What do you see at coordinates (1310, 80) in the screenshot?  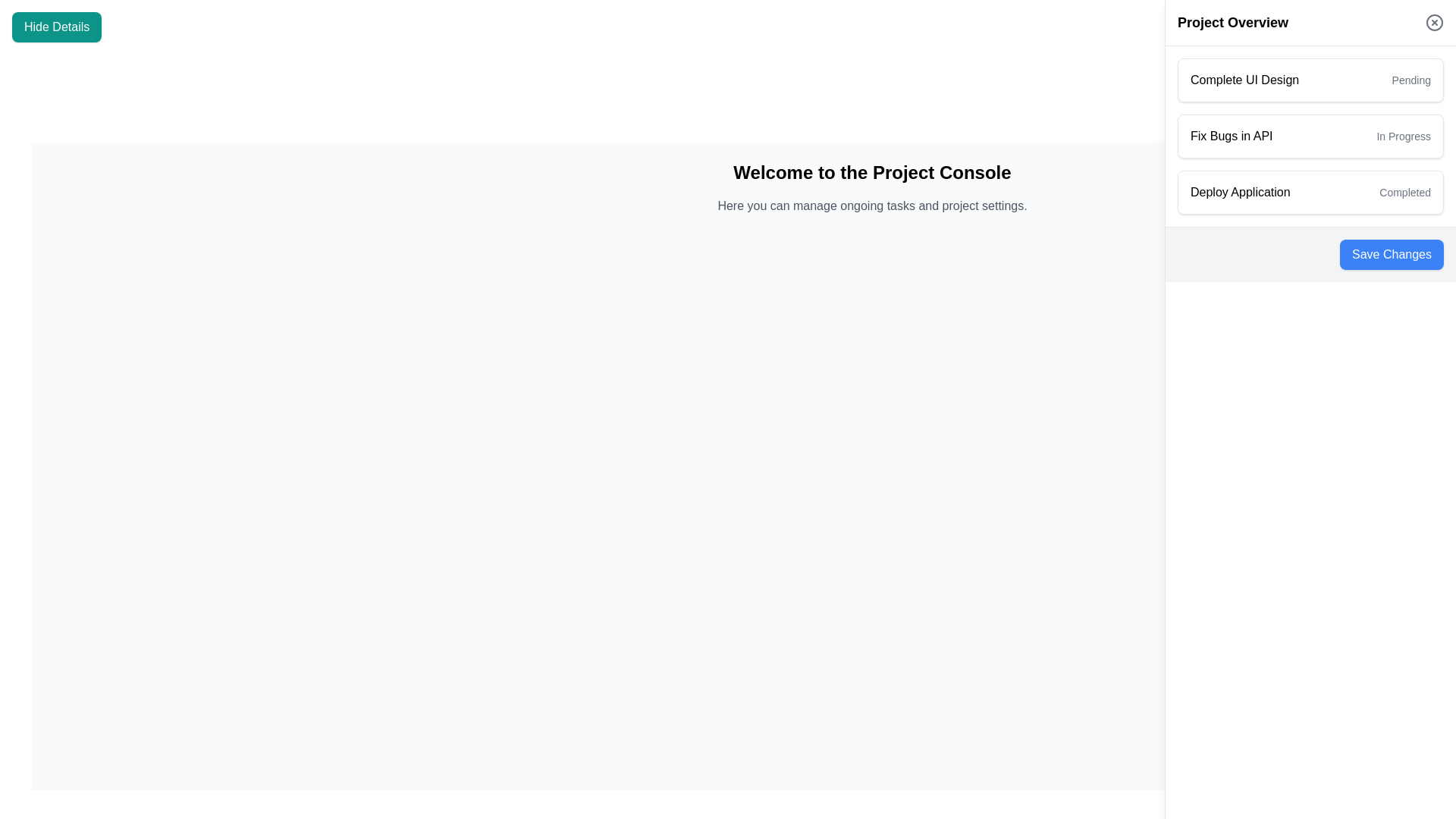 I see `labels on the Informational card titled 'Complete UI Design' with a status of 'Pending', located in the right panel of the interface labeled 'Project Overview'` at bounding box center [1310, 80].